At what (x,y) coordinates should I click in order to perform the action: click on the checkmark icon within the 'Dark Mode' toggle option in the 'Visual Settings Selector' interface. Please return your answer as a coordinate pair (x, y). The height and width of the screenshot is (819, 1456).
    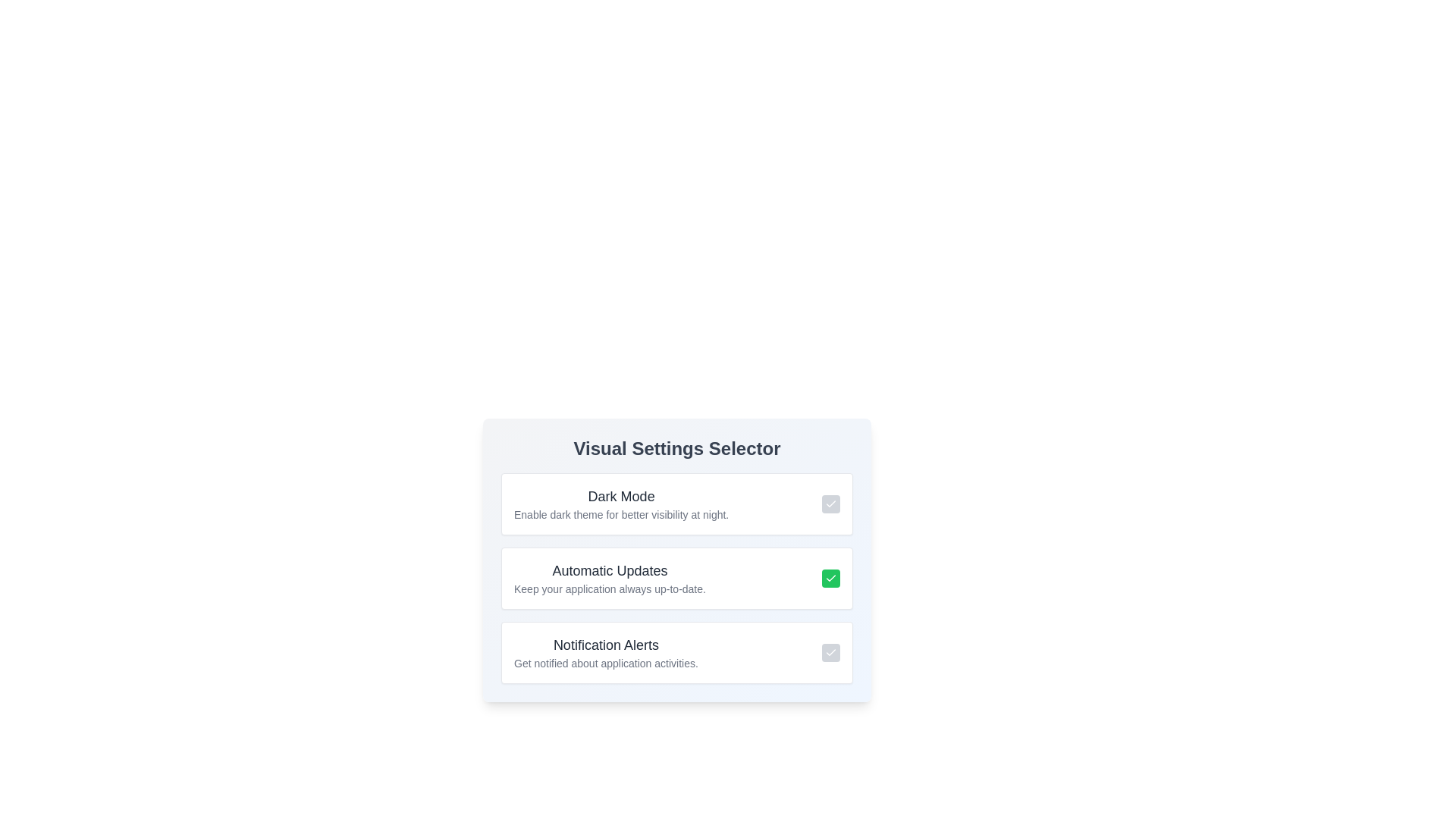
    Looking at the image, I should click on (830, 504).